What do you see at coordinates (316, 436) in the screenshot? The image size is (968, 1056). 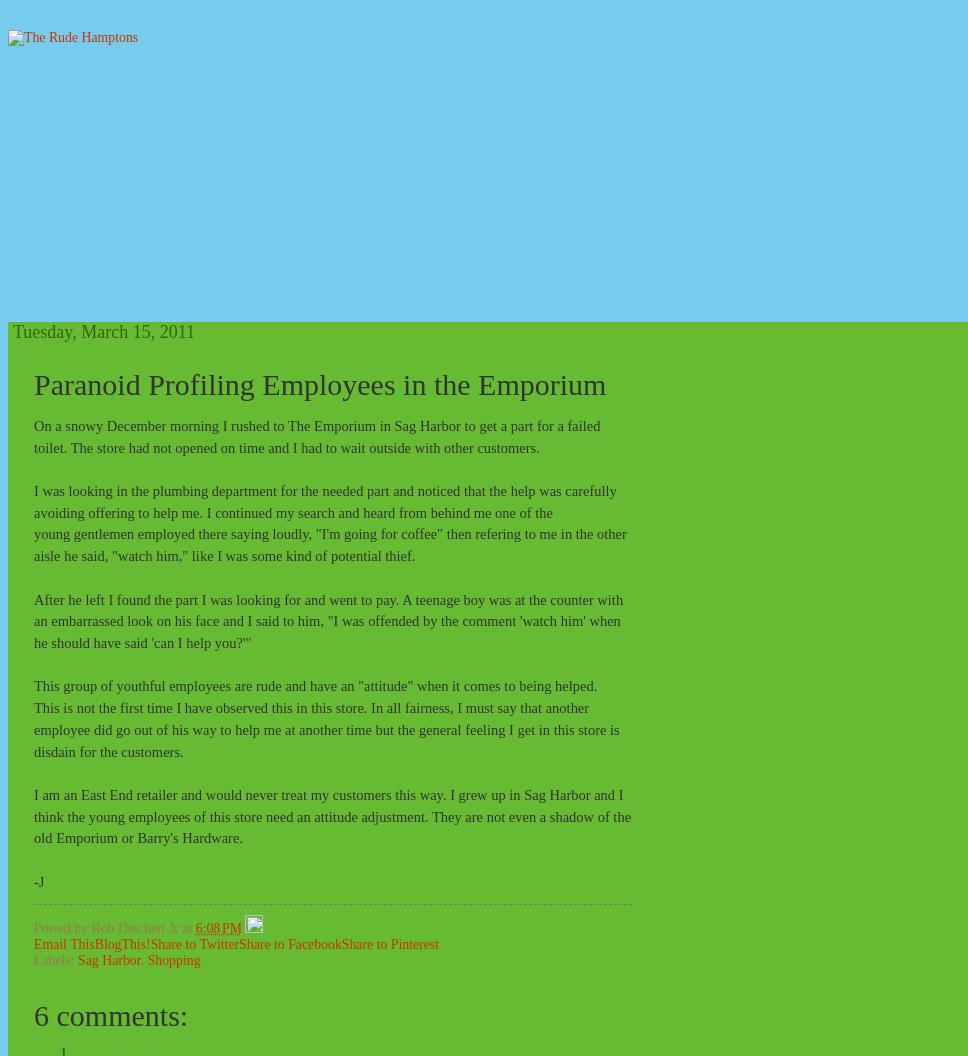 I see `'On a snowy December morning I rushed to The Emporium in Sag Harbor to get a part for a failed toilet. The store had not opened on time and I had to wait outside with other customers.'` at bounding box center [316, 436].